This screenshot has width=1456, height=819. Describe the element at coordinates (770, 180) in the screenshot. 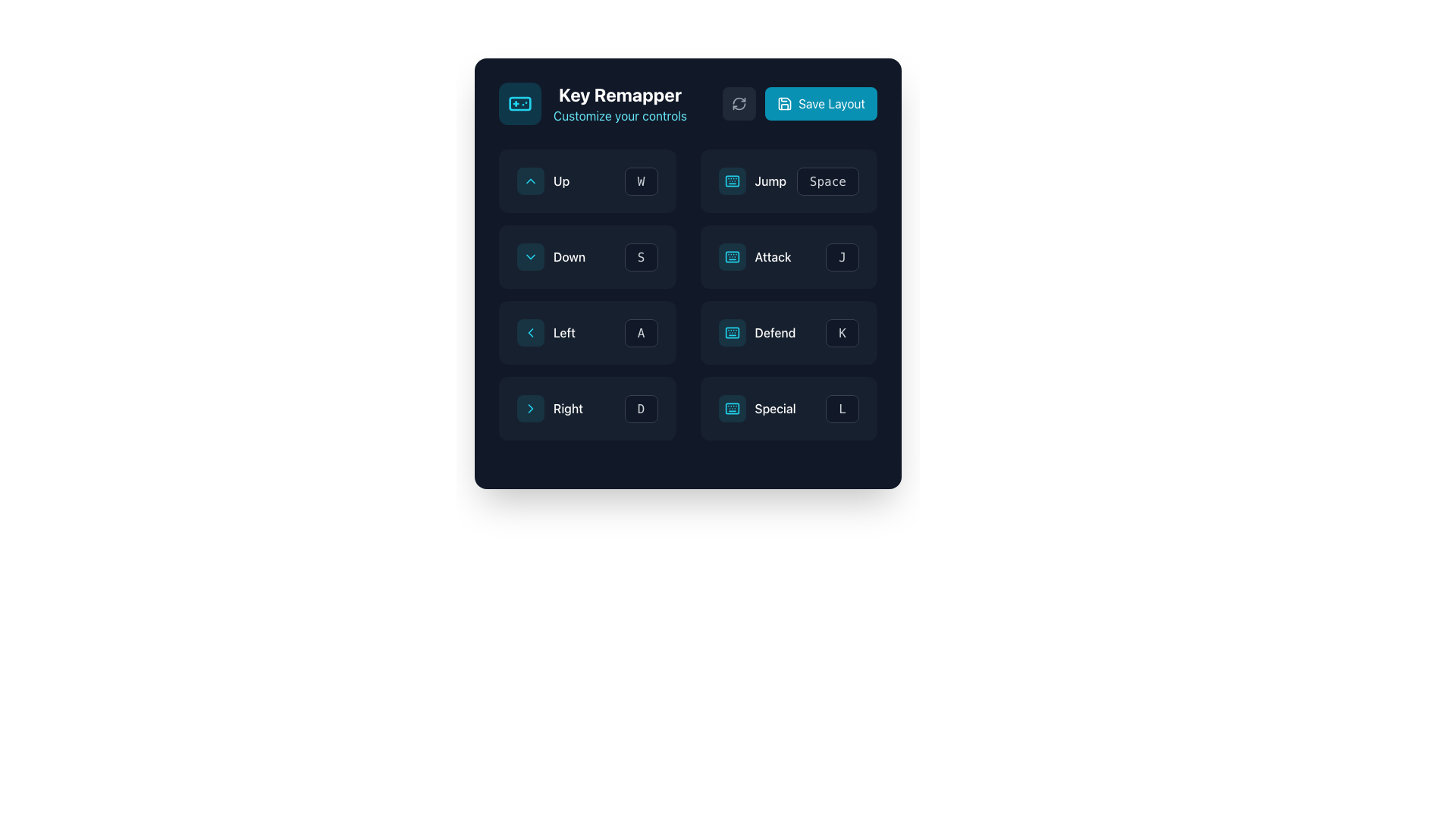

I see `the 'Jump' text label, which is styled in white font, medium weight, and capitalized, located in the second column and second row of the grid layout, adjacent to an icon on the left and the label 'Space' on the right` at that location.